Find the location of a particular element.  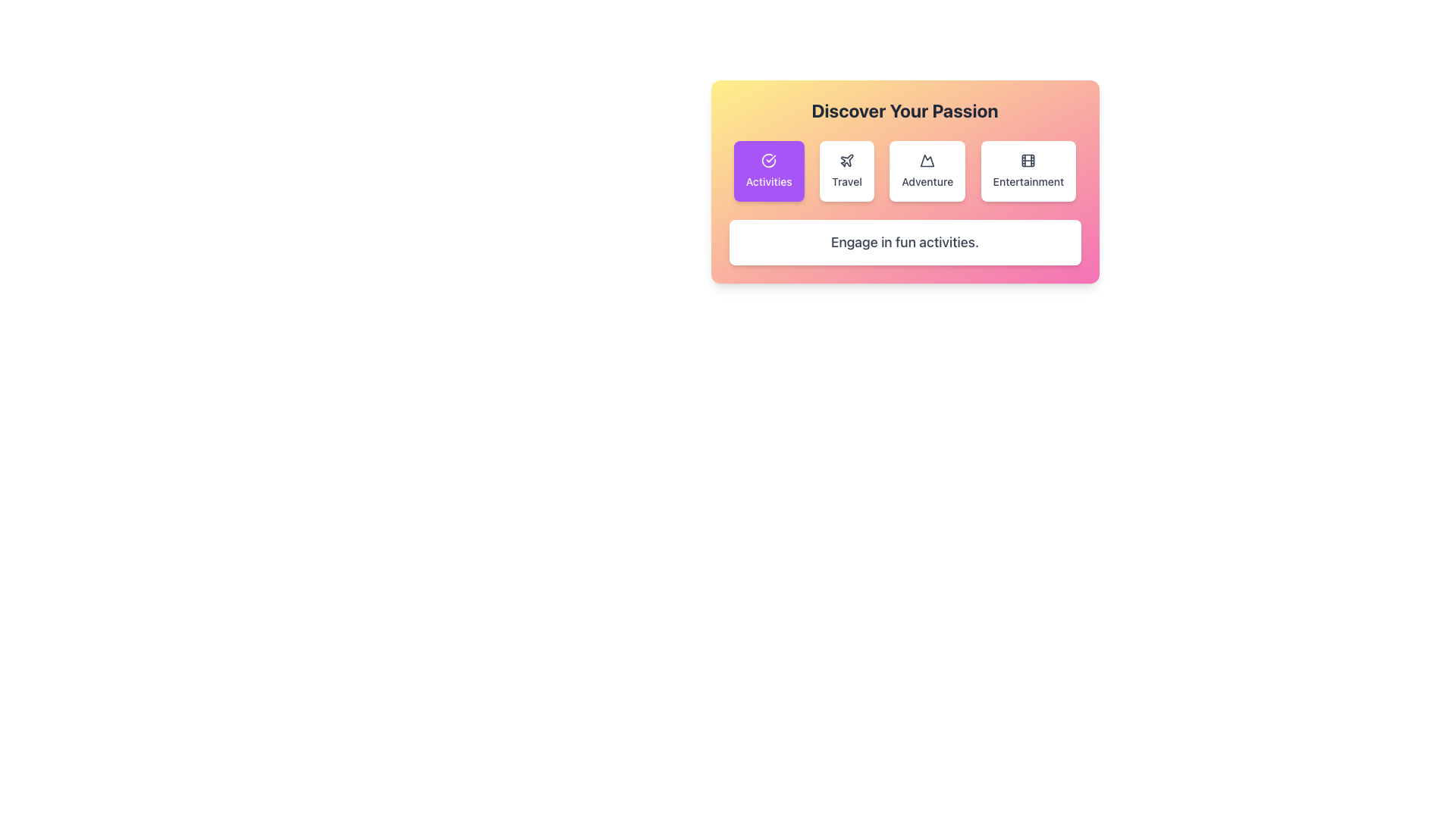

the airplane icon inside the 'Travel' button is located at coordinates (846, 160).